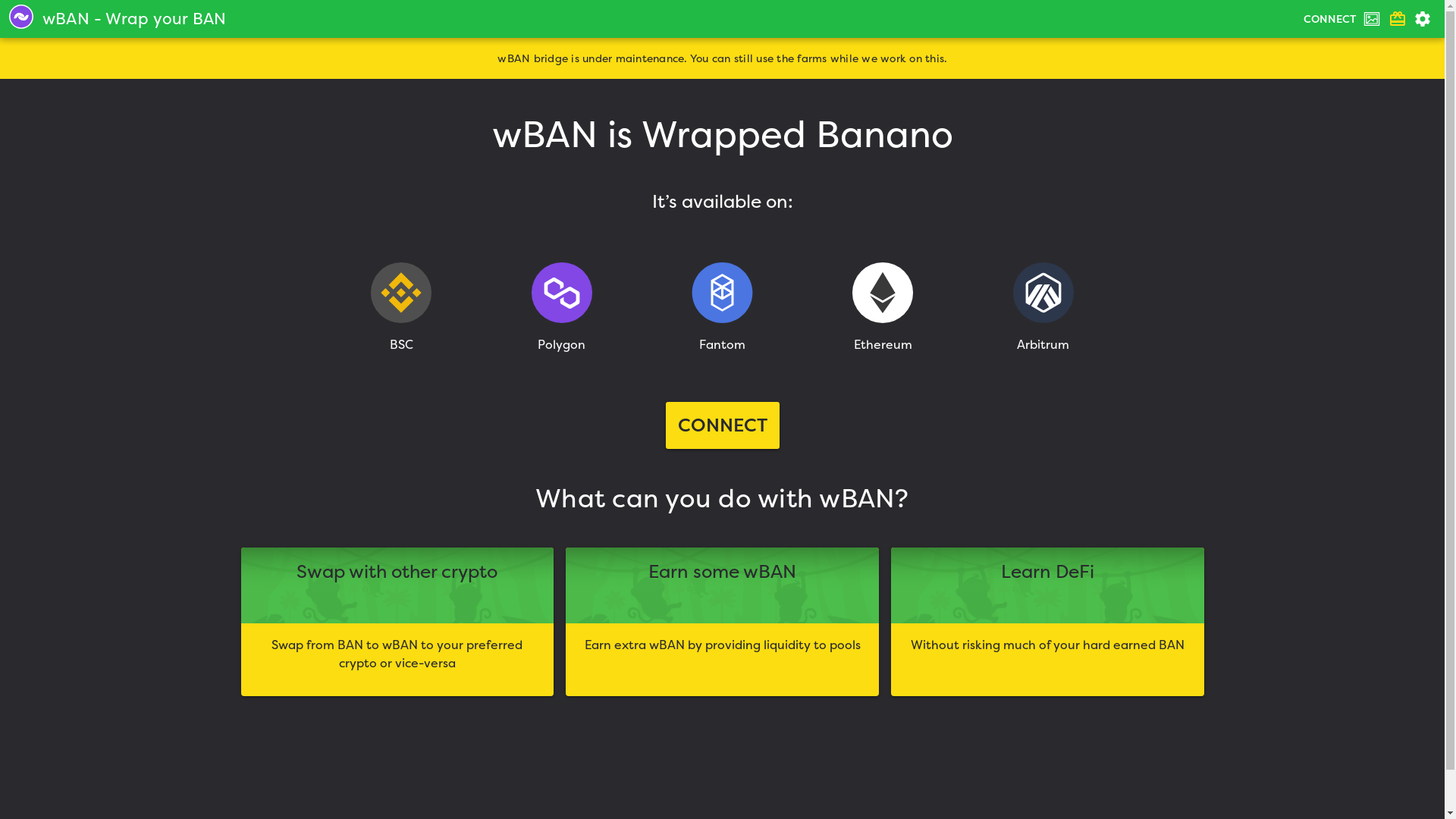 This screenshot has width=1456, height=819. Describe the element at coordinates (1408, 18) in the screenshot. I see `'settings'` at that location.